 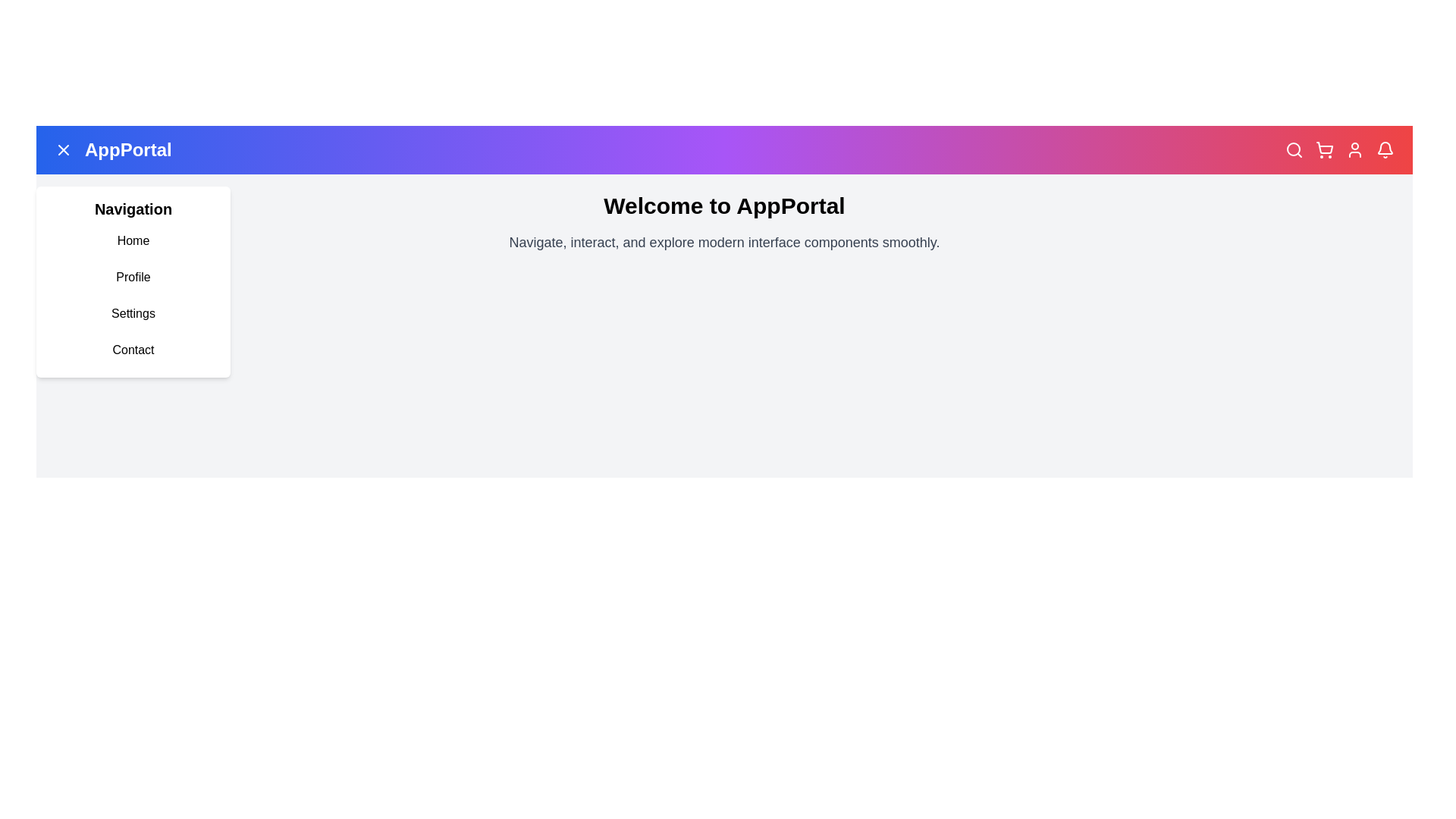 I want to click on the 'AppPortal' text label, which serves as the title for the application and is positioned on the left side of the top navigation bar, adjacent to the close icon, so click(x=128, y=149).